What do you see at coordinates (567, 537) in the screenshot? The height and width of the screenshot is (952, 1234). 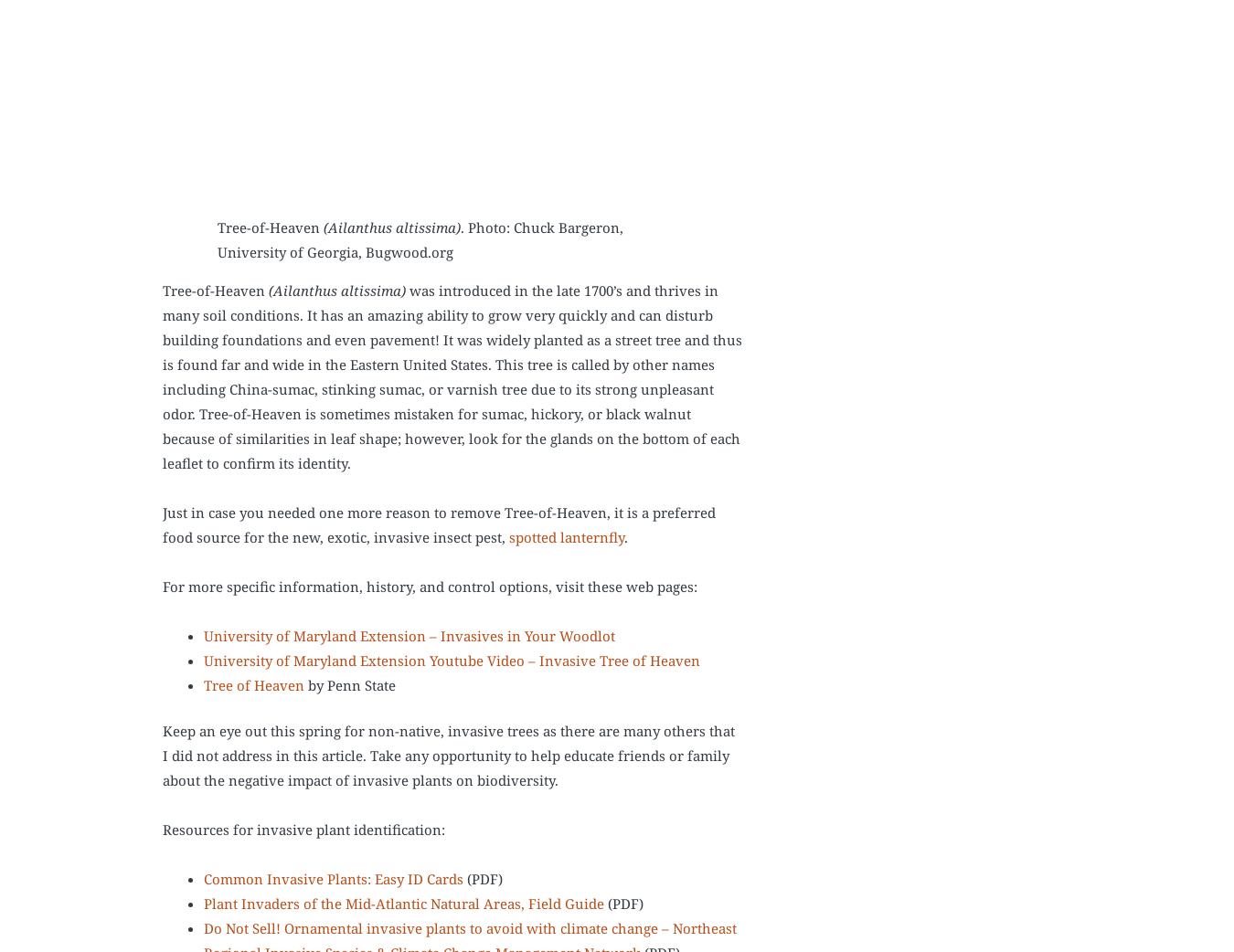 I see `'spotted lanternfly'` at bounding box center [567, 537].